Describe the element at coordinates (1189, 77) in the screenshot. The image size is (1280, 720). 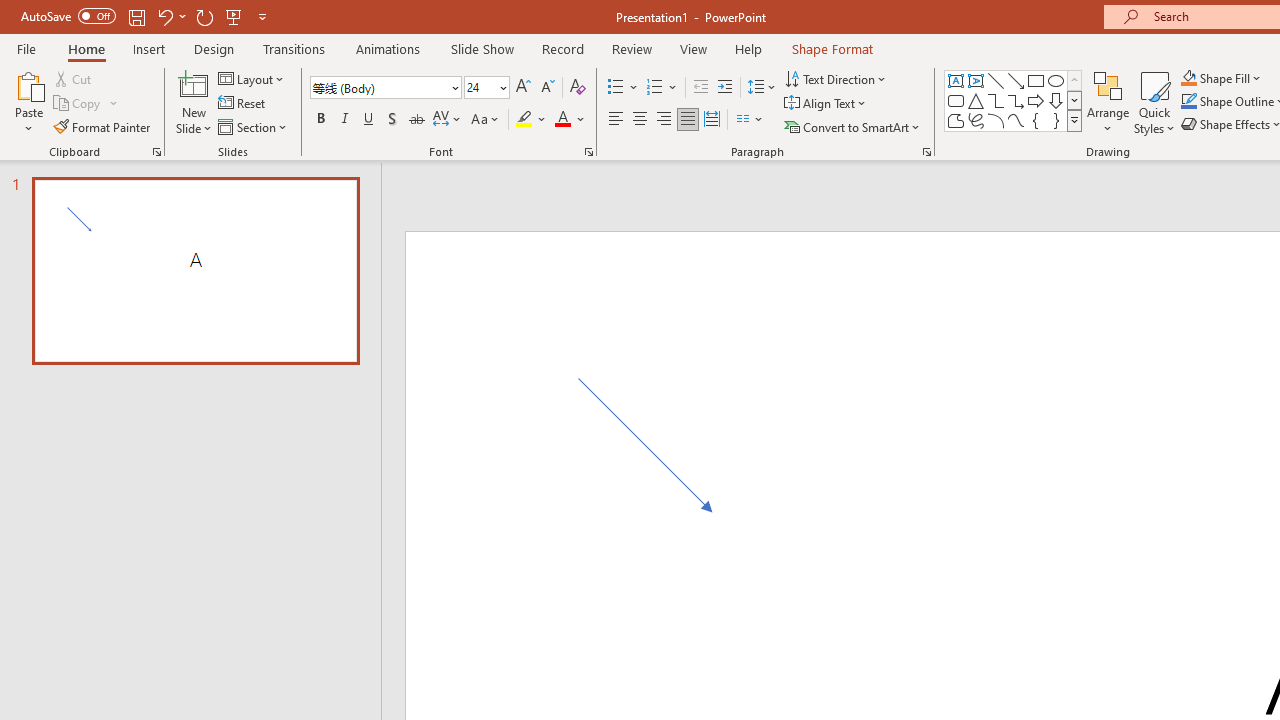
I see `'Shape Fill Orange, Accent 2'` at that location.